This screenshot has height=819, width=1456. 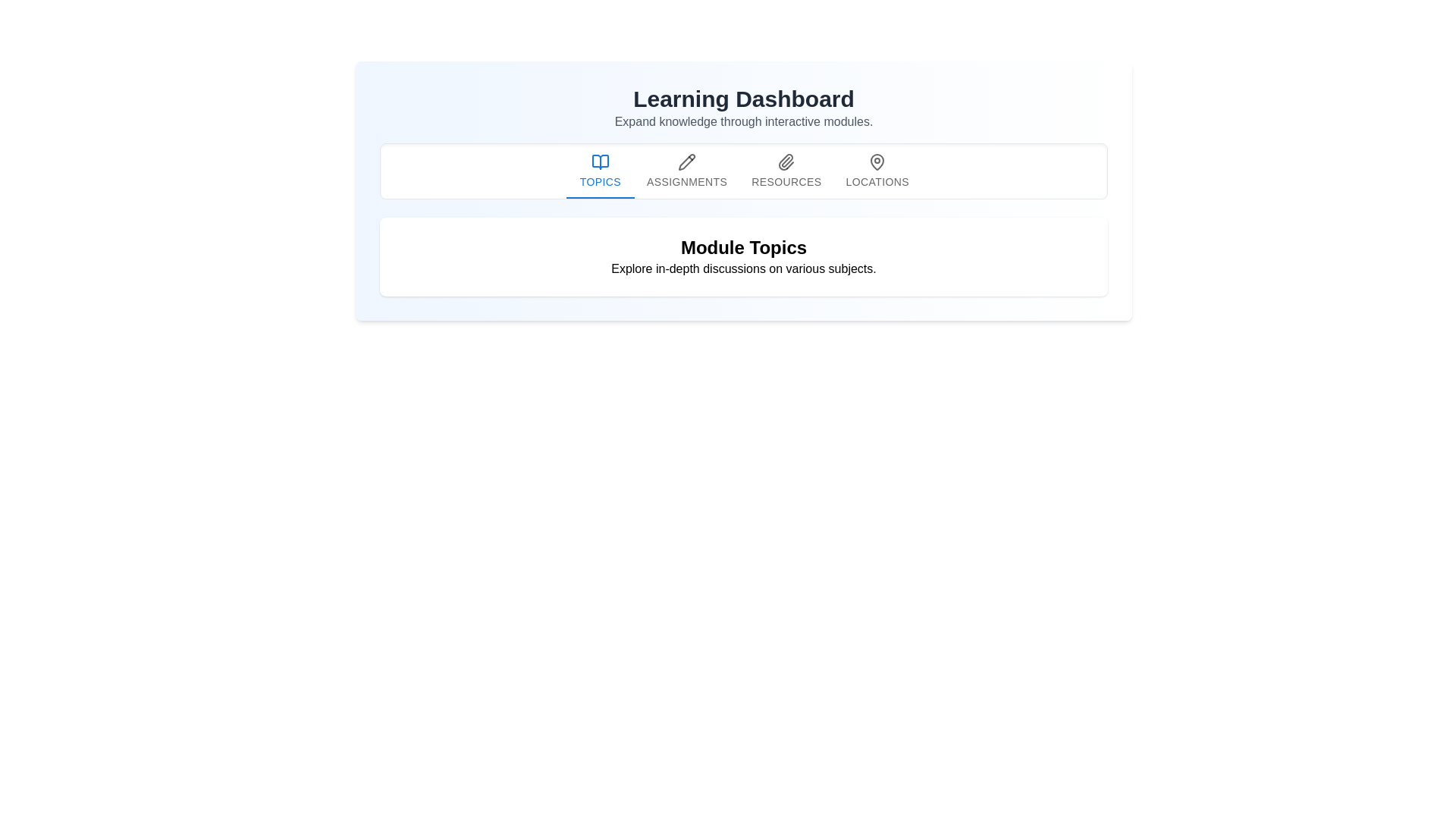 What do you see at coordinates (686, 162) in the screenshot?
I see `the pencil icon located in the 'ASSIGNMENTS' tab of the top navigation menu, which visually overlaps with the 'ASSIGNMENTS' text` at bounding box center [686, 162].